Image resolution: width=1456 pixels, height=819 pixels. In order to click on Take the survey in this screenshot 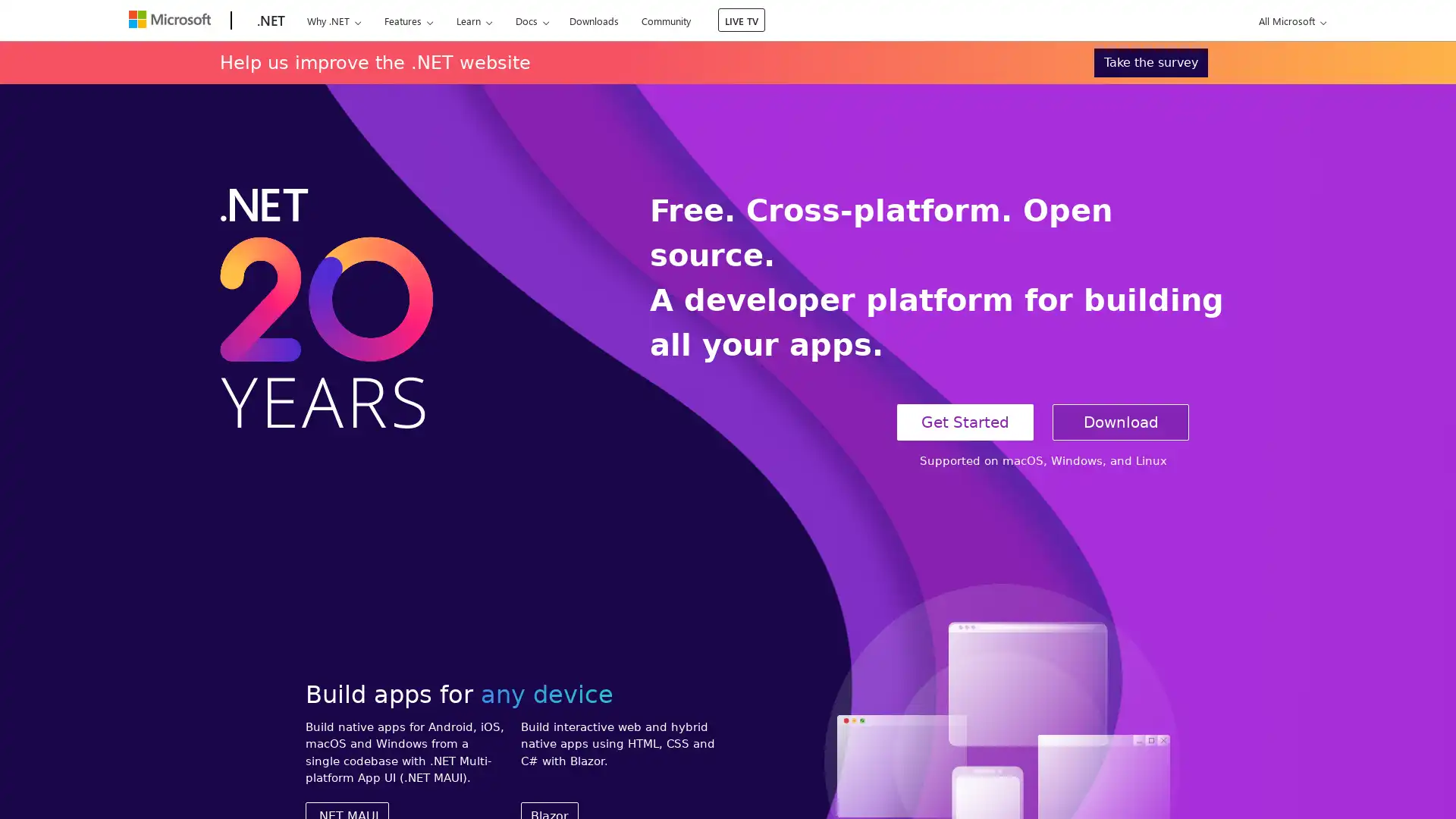, I will do `click(1150, 62)`.